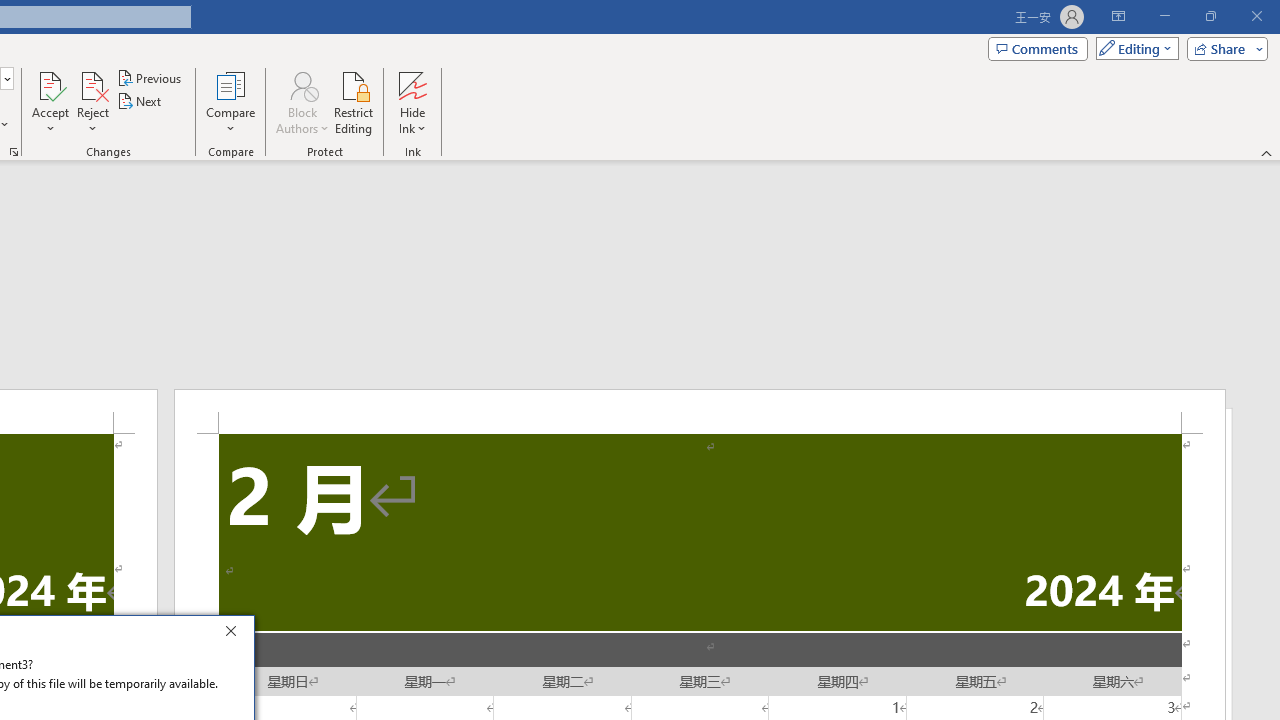 The image size is (1280, 720). What do you see at coordinates (1038, 47) in the screenshot?
I see `'Comments'` at bounding box center [1038, 47].